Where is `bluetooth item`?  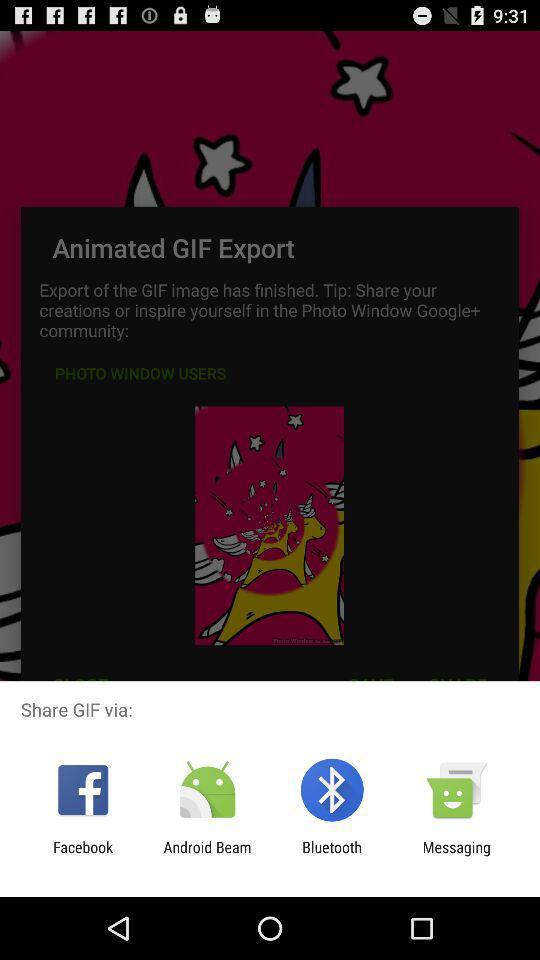
bluetooth item is located at coordinates (332, 855).